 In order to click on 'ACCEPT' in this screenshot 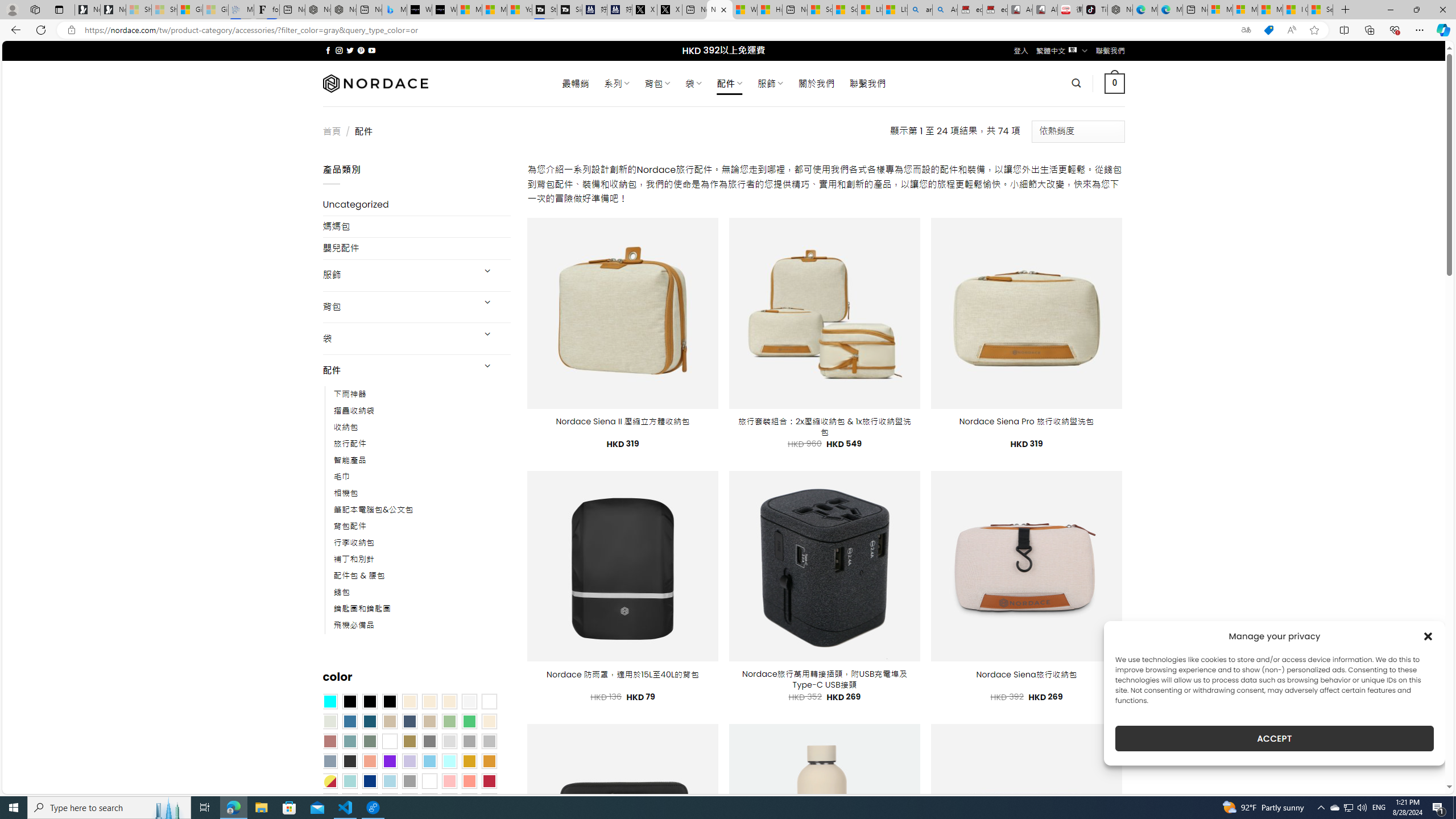, I will do `click(1275, 738)`.